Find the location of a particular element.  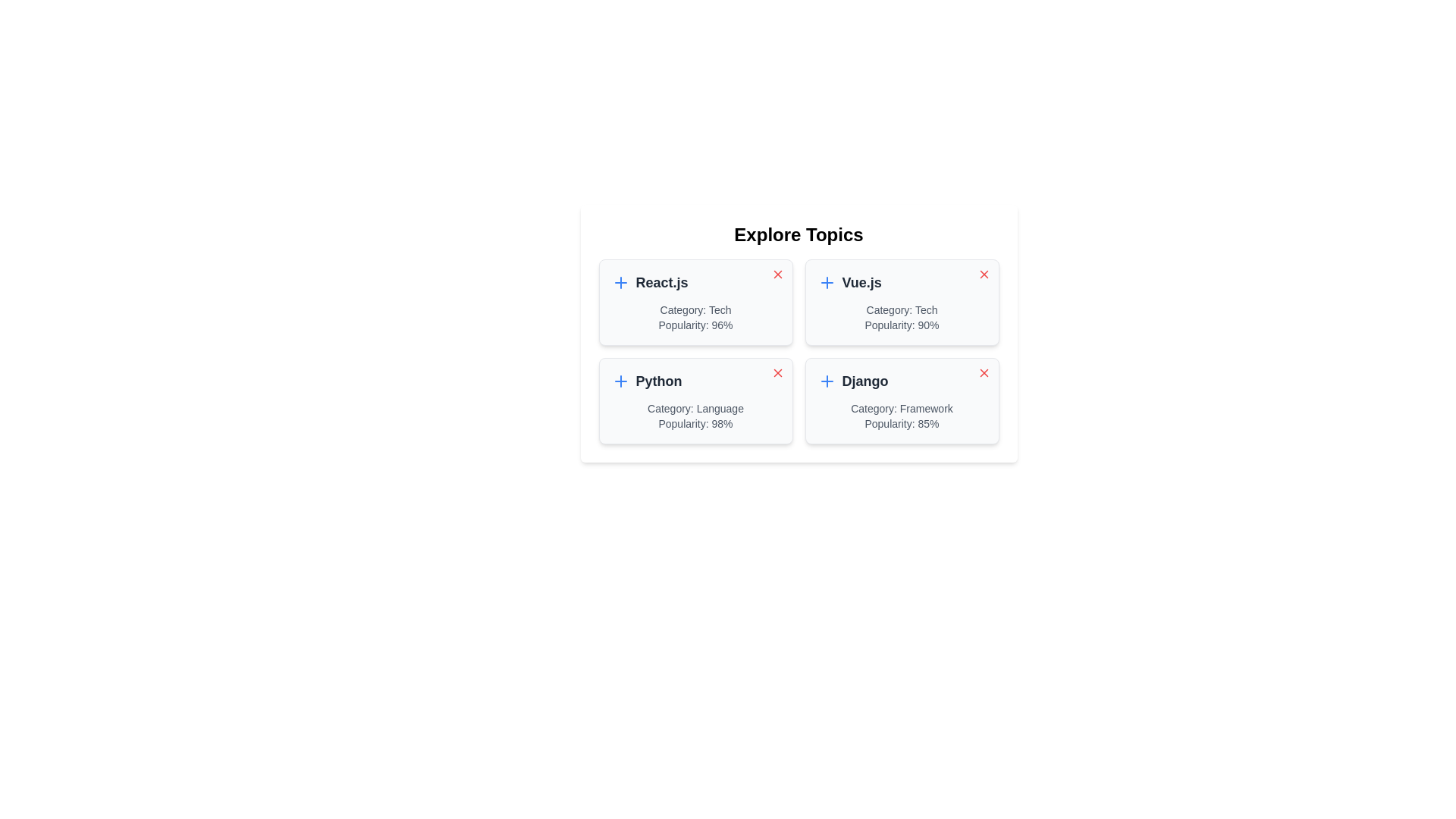

close button of the item labeled Django is located at coordinates (984, 373).